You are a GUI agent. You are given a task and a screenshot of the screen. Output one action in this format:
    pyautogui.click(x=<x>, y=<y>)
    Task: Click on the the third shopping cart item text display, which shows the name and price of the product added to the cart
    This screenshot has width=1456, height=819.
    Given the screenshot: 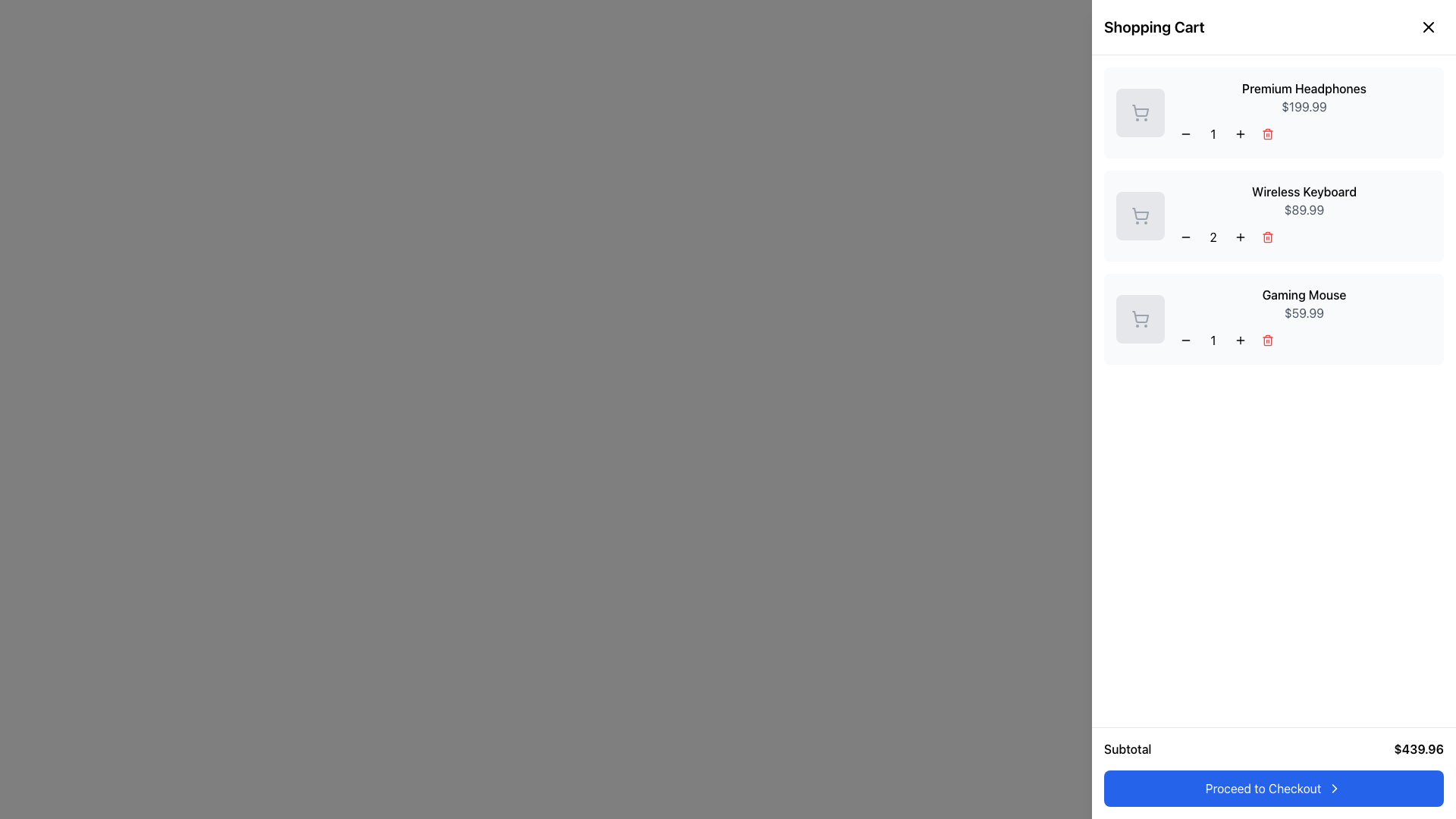 What is the action you would take?
    pyautogui.click(x=1303, y=318)
    